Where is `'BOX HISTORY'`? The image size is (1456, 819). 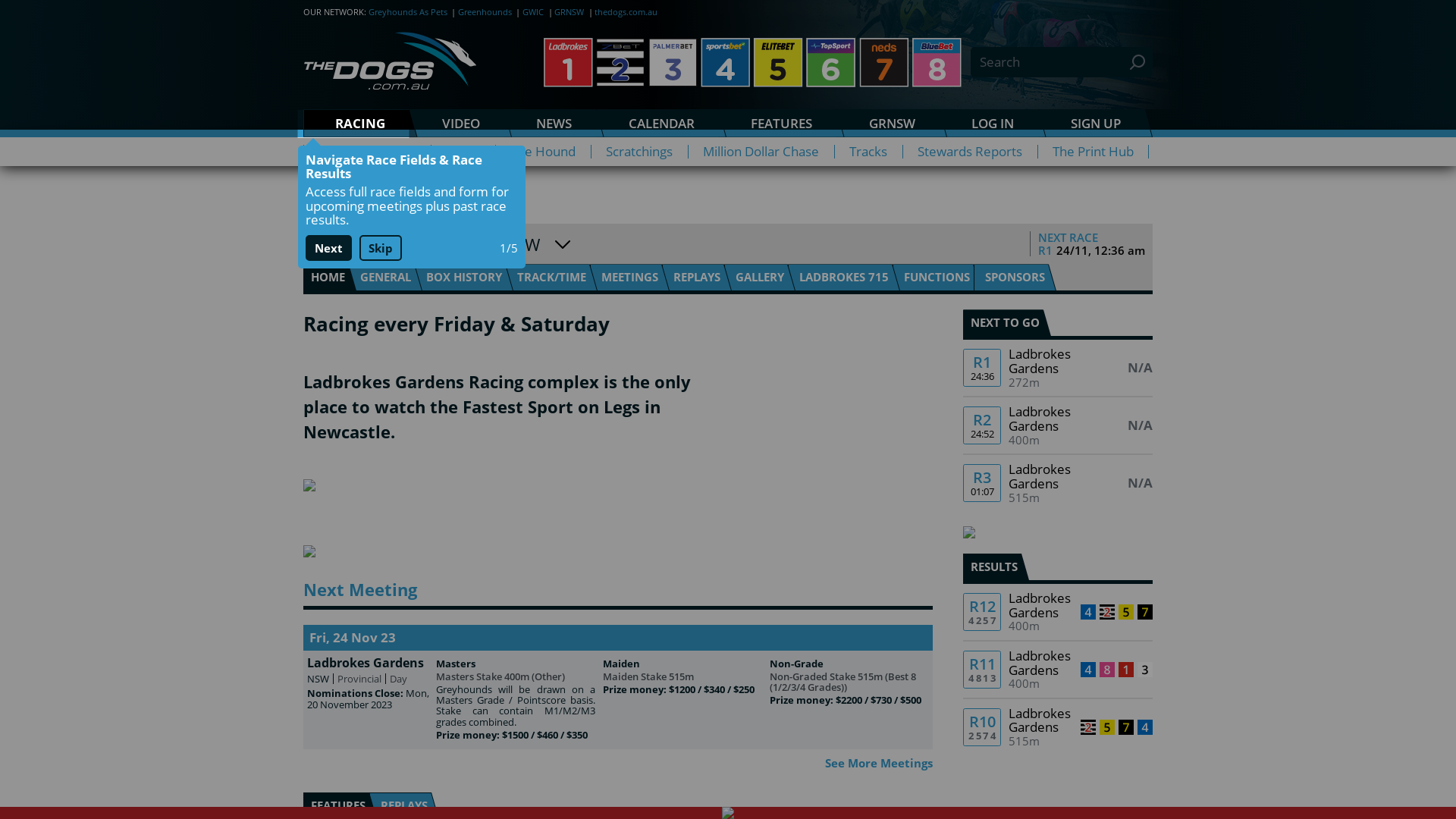 'BOX HISTORY' is located at coordinates (463, 277).